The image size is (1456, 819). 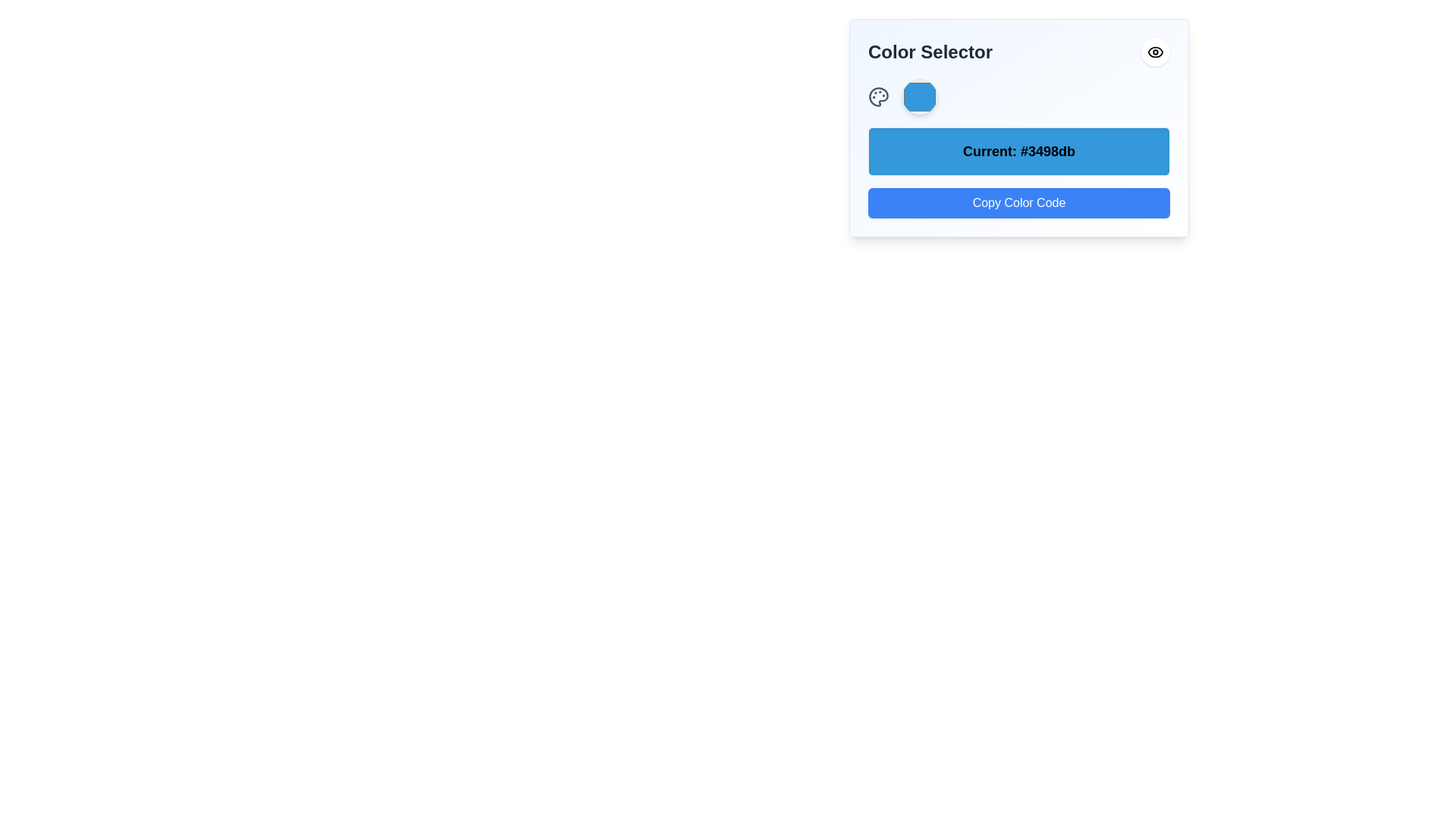 What do you see at coordinates (878, 96) in the screenshot?
I see `the painter's palette icon, which is the first element in the horizontal group below the 'Color Selector' header` at bounding box center [878, 96].